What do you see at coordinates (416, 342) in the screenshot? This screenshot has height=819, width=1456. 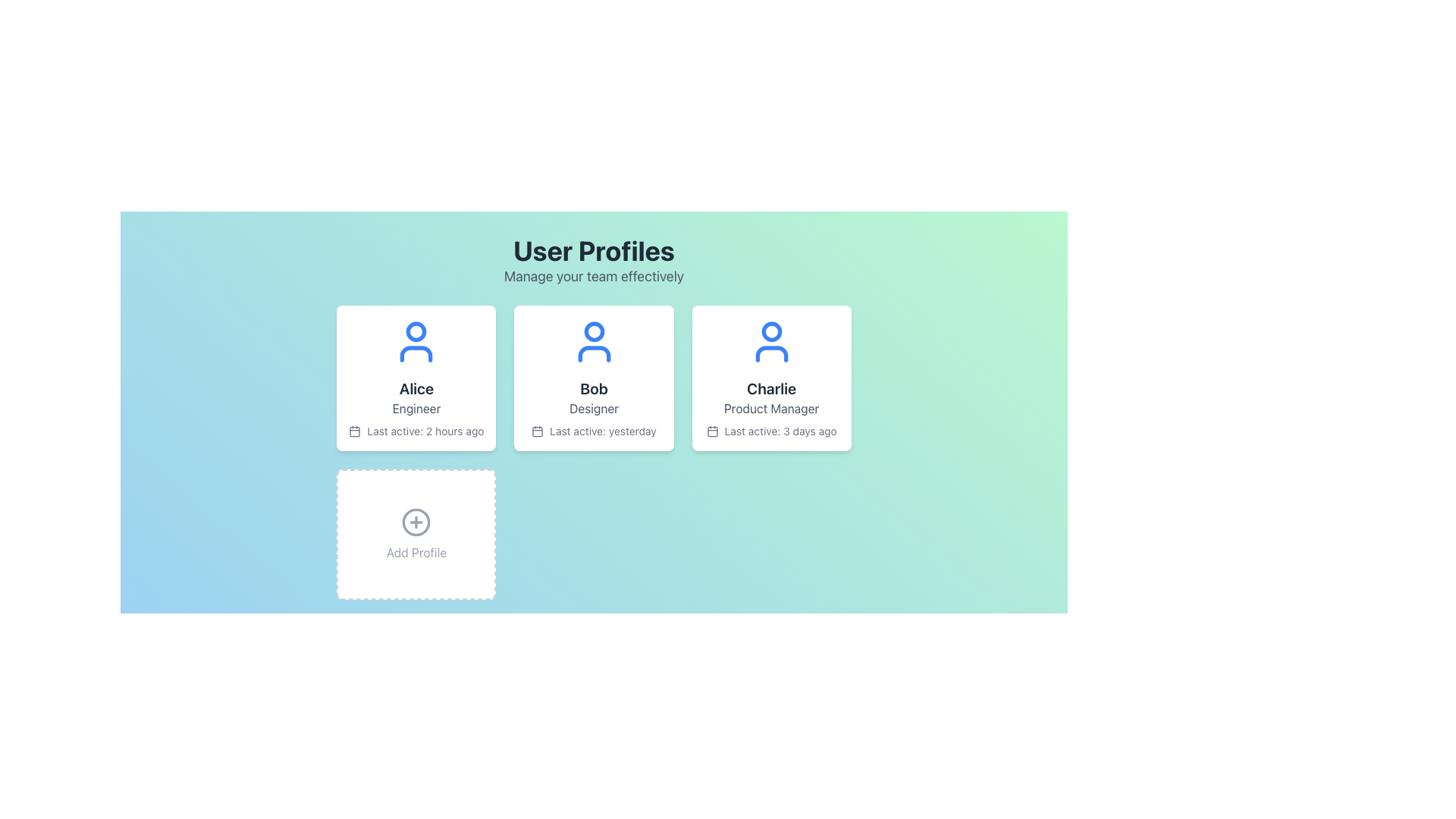 I see `the Avatar Icon representing user 'Alice' in the 'User Profiles' section, located at the top-center of the card labeled 'Alice'` at bounding box center [416, 342].